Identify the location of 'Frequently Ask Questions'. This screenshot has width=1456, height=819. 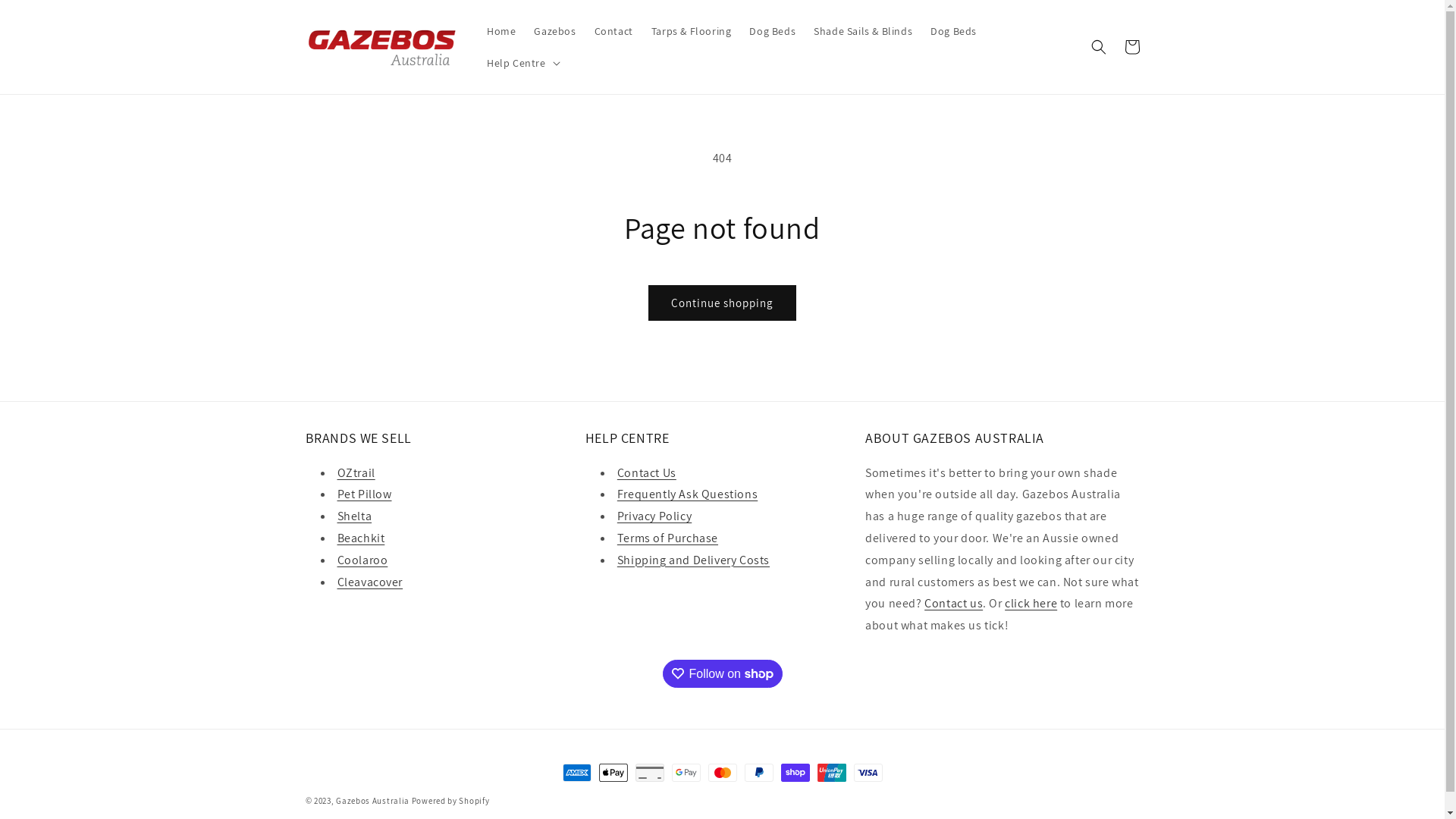
(686, 494).